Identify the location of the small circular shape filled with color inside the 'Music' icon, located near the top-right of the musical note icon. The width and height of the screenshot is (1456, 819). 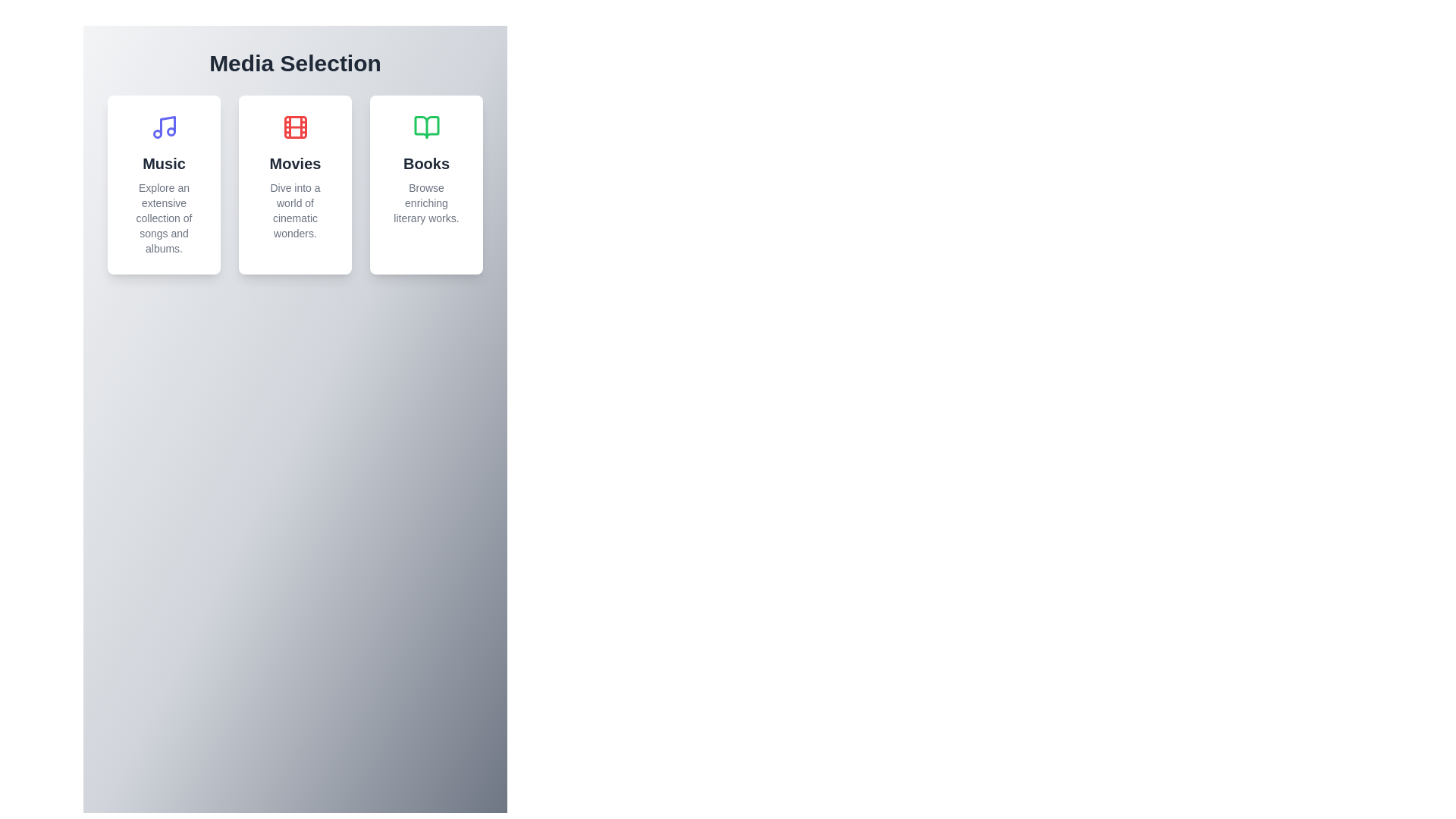
(171, 130).